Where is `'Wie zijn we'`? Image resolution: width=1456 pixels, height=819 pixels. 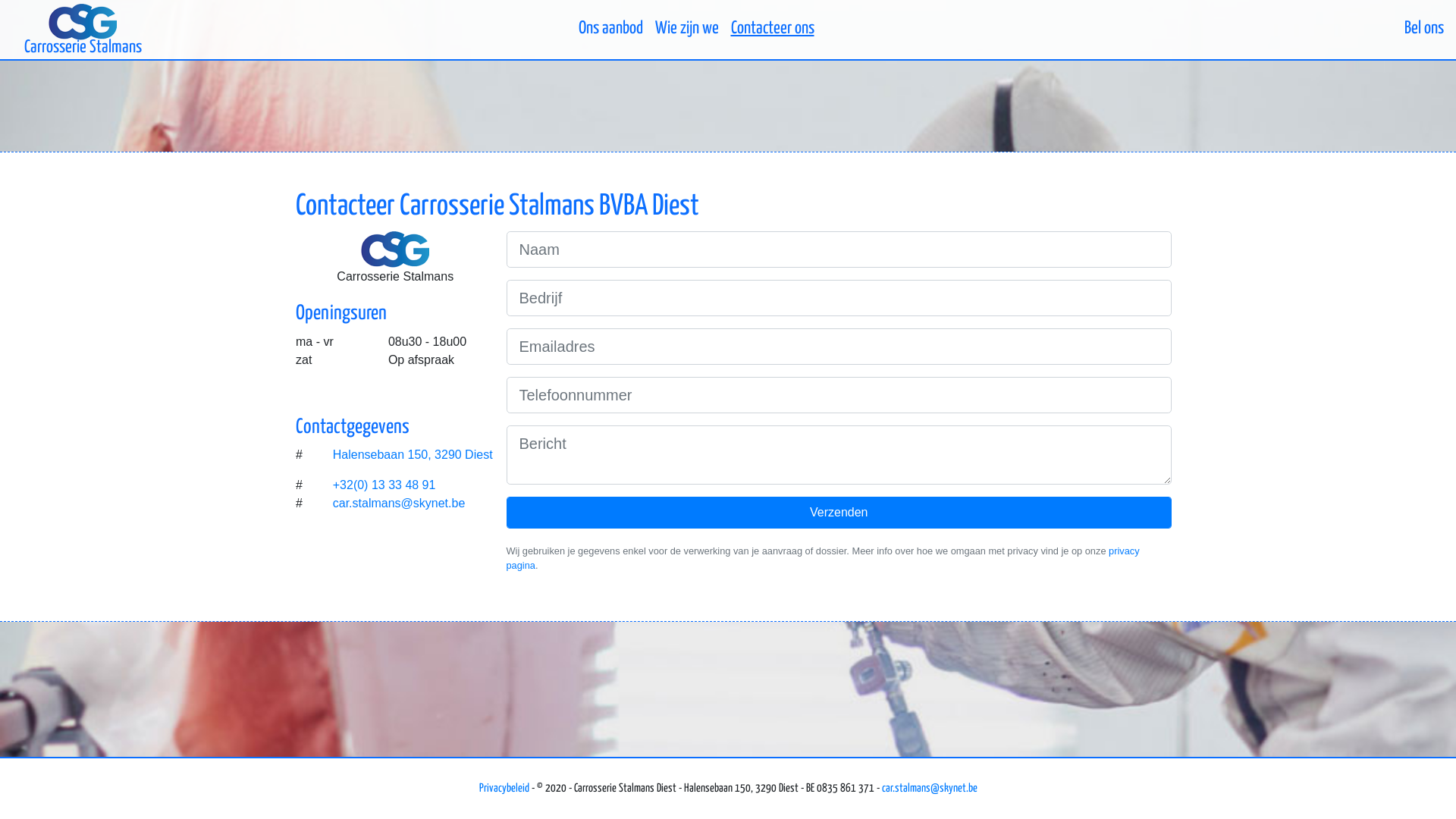 'Wie zijn we' is located at coordinates (686, 29).